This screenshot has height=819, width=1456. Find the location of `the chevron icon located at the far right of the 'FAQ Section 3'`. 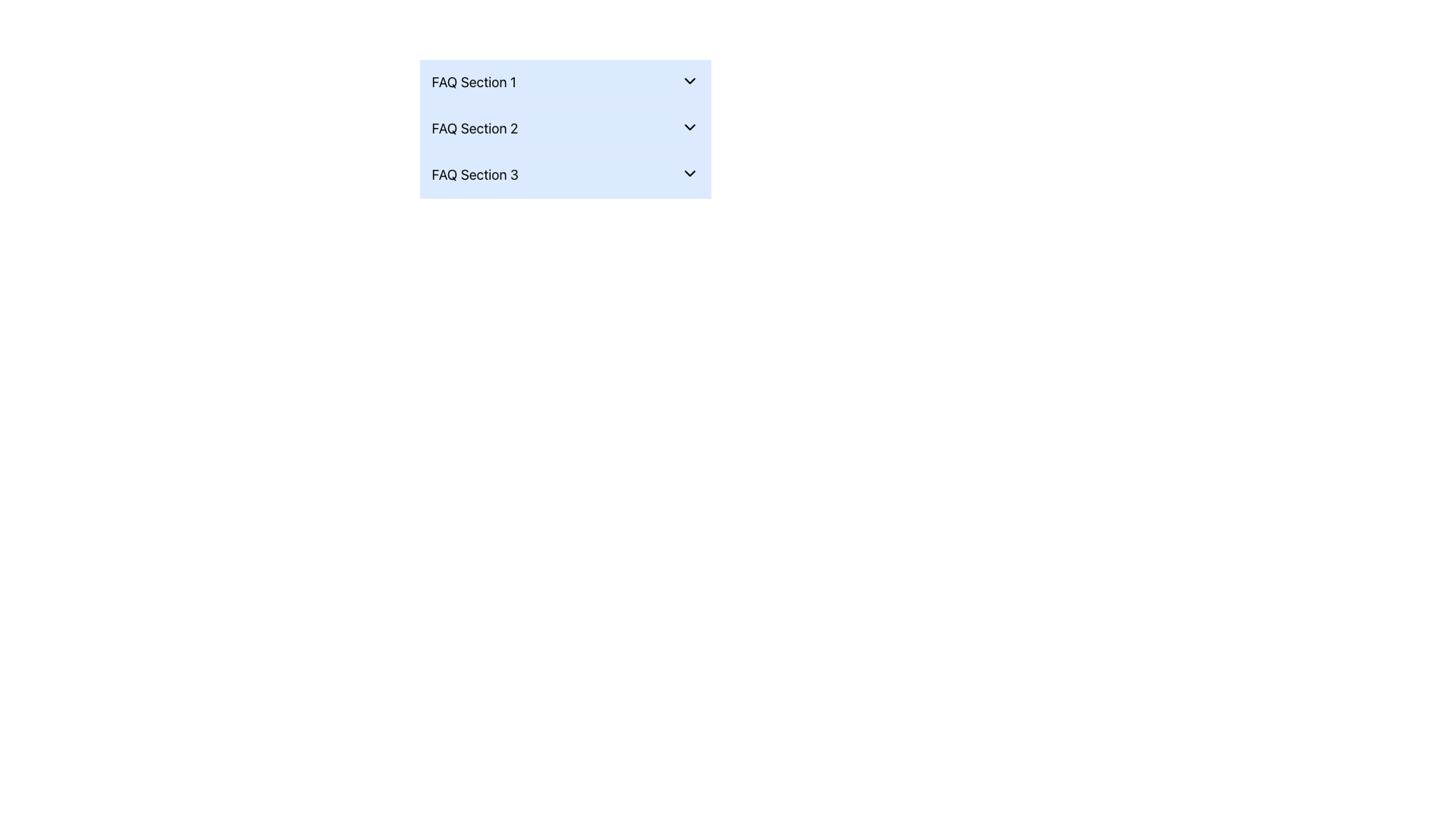

the chevron icon located at the far right of the 'FAQ Section 3' is located at coordinates (689, 172).